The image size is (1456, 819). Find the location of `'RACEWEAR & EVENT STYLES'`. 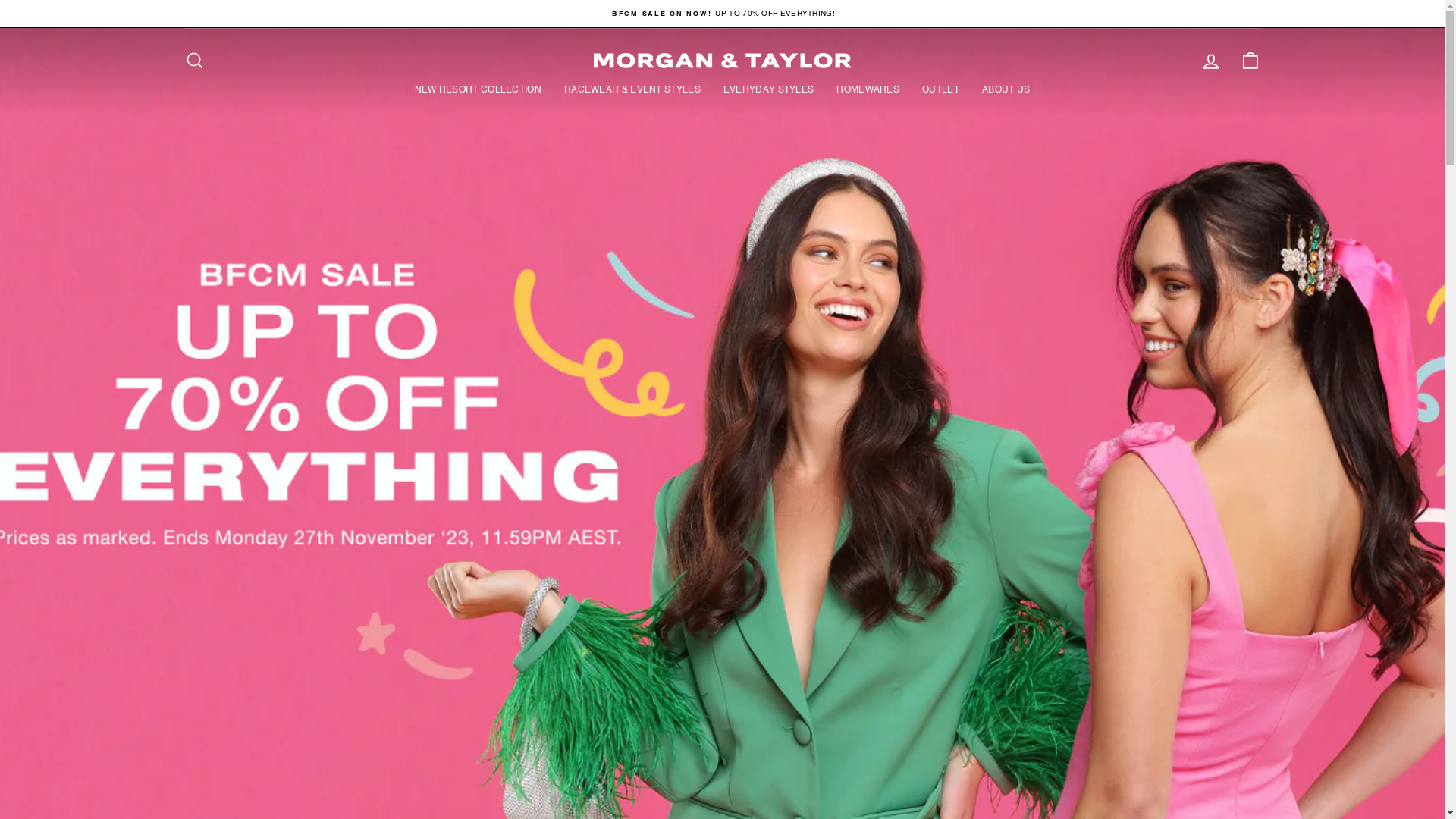

'RACEWEAR & EVENT STYLES' is located at coordinates (632, 89).